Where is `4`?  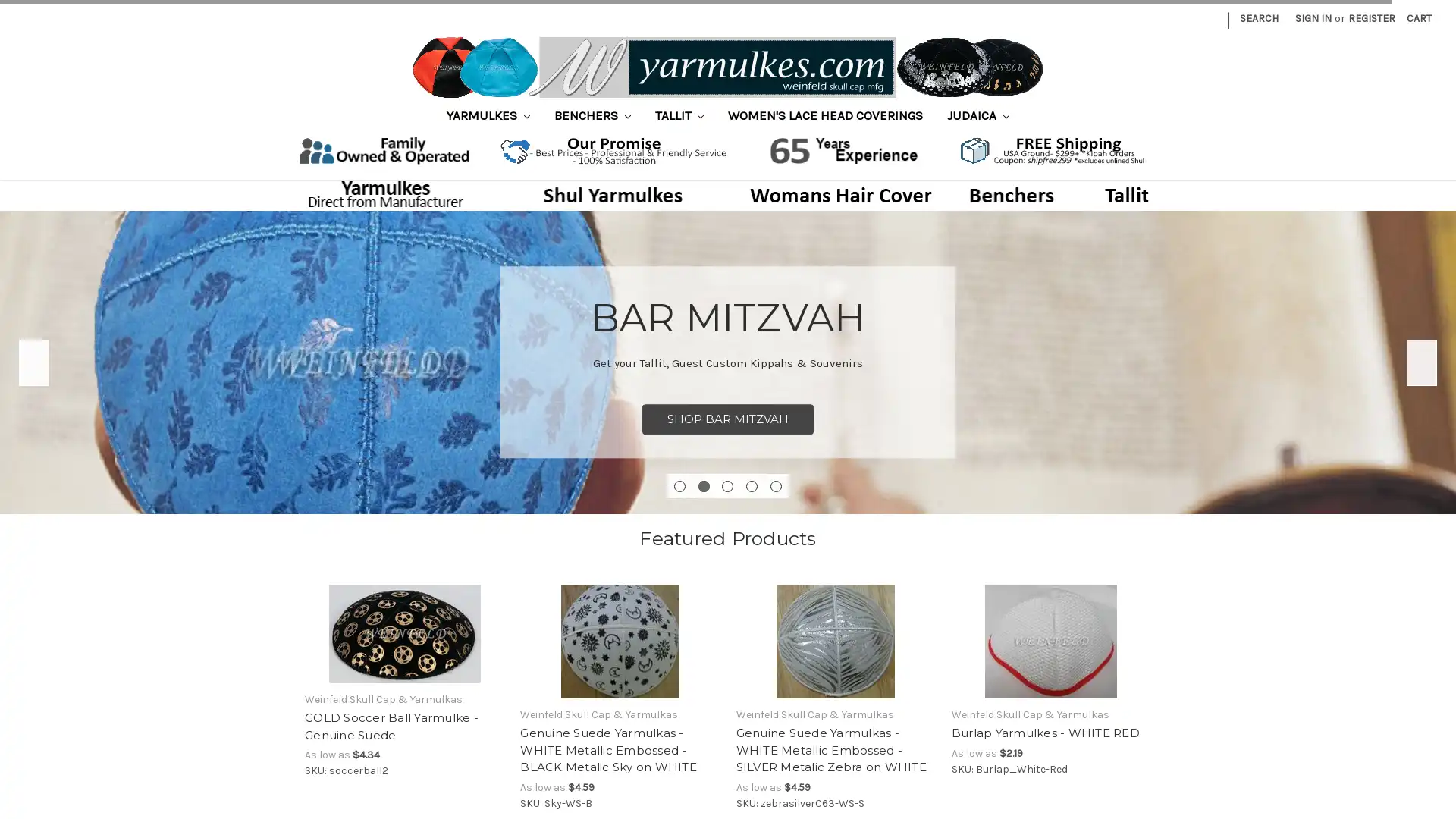 4 is located at coordinates (752, 485).